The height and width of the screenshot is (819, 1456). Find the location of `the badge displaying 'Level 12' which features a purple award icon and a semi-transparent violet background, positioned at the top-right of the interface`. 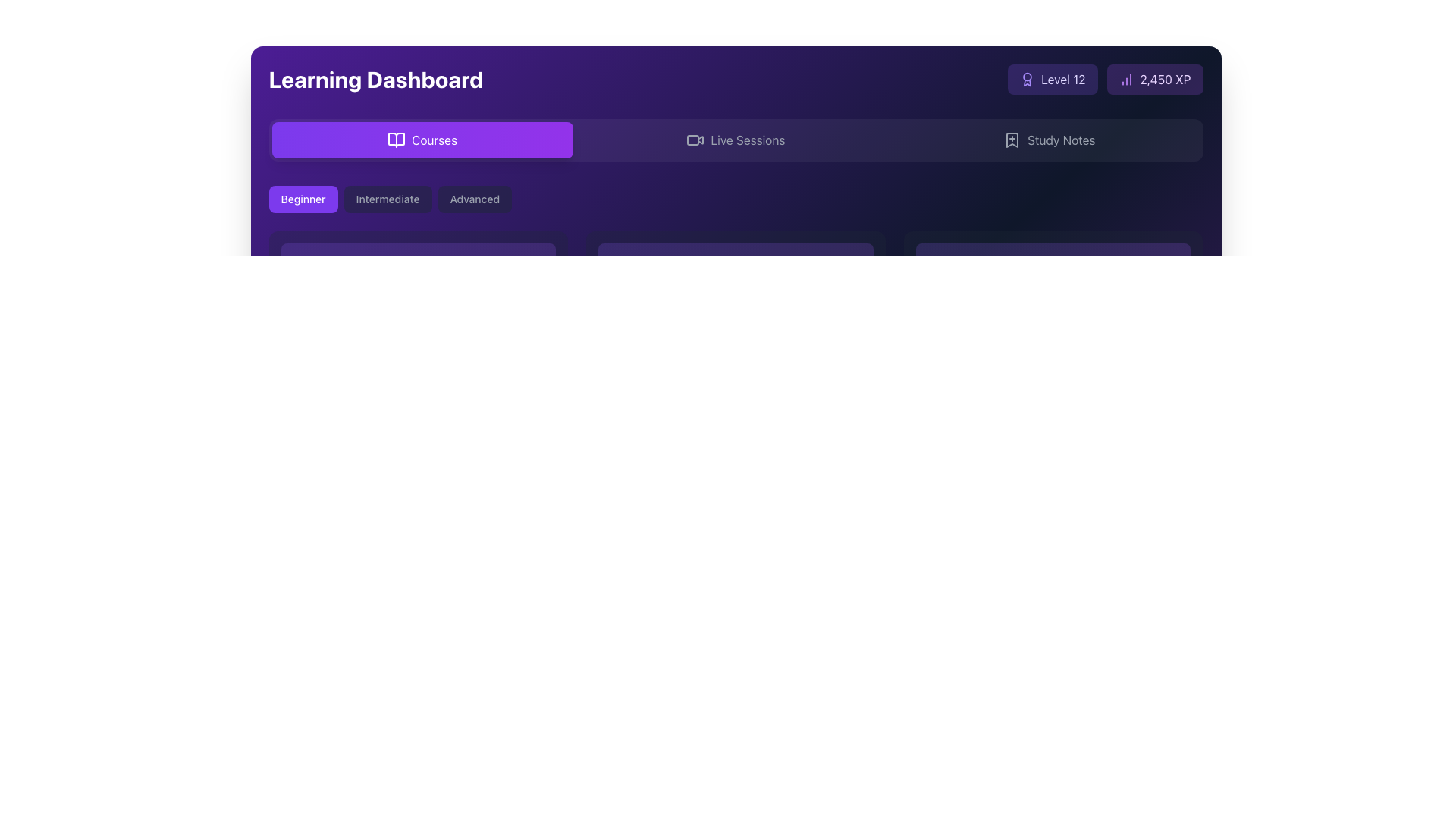

the badge displaying 'Level 12' which features a purple award icon and a semi-transparent violet background, positioned at the top-right of the interface is located at coordinates (1052, 79).